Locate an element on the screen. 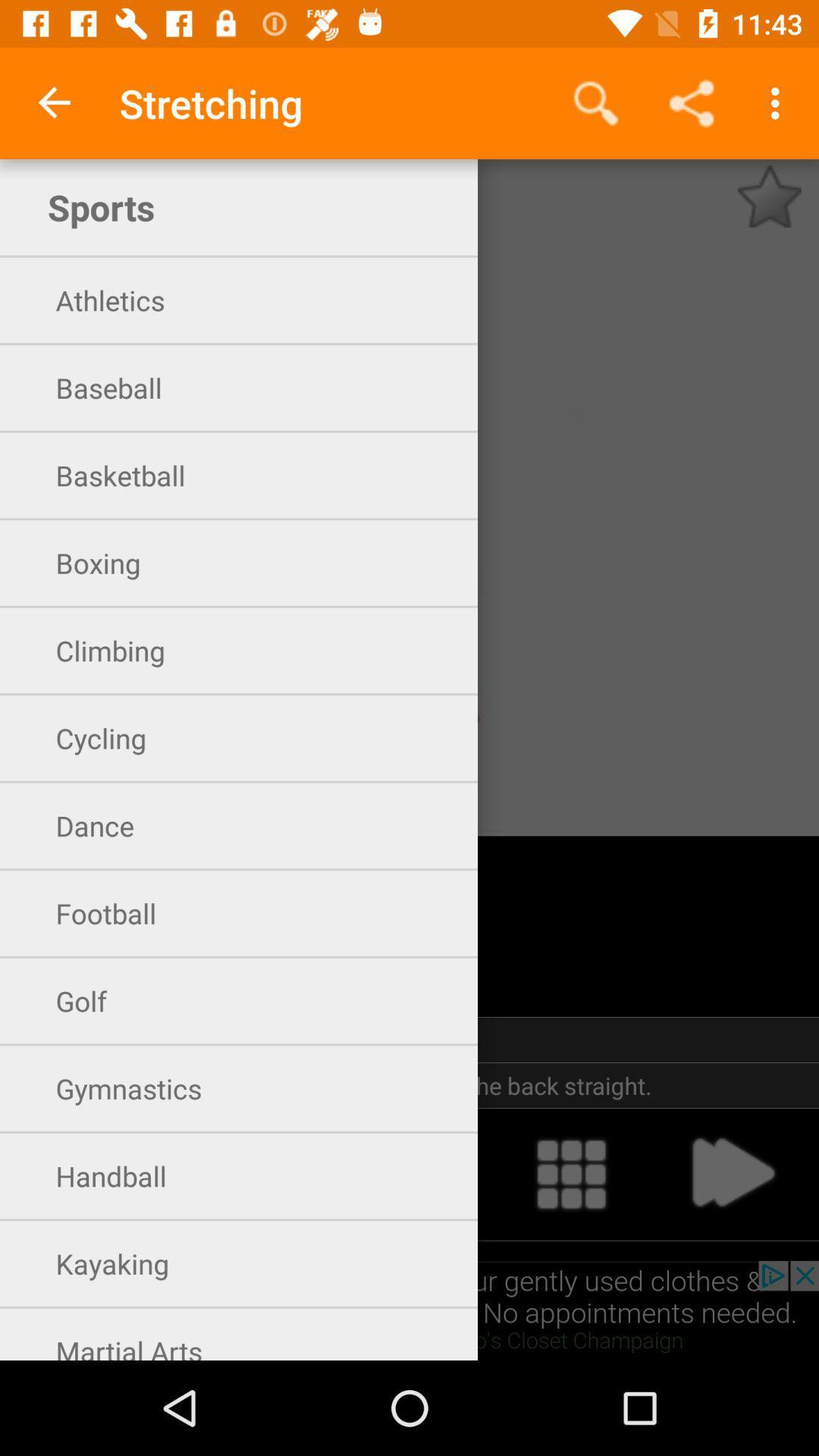 The height and width of the screenshot is (1456, 819). app next to the stretching app is located at coordinates (595, 102).